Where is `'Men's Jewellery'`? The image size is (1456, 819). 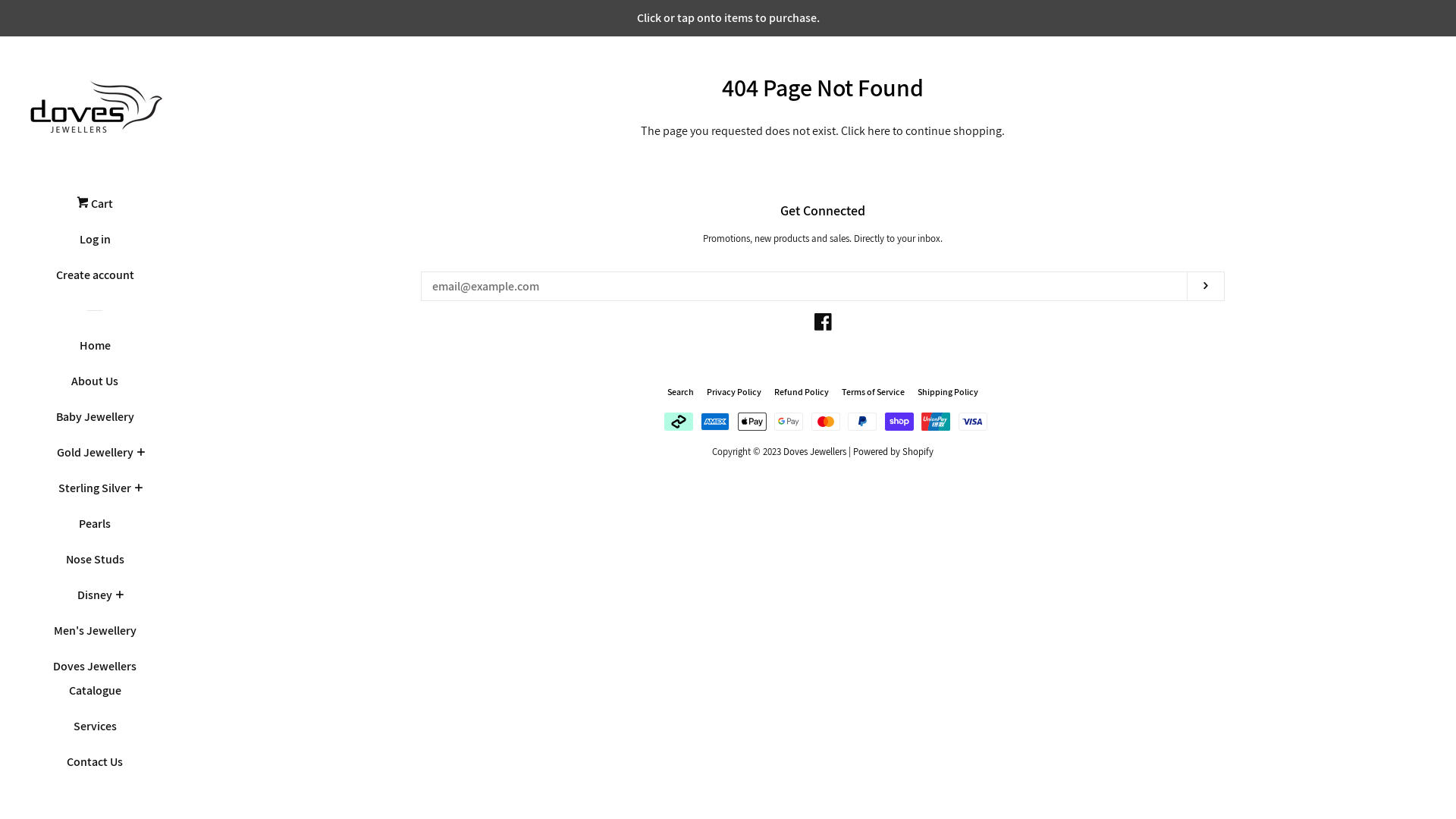 'Men's Jewellery' is located at coordinates (93, 636).